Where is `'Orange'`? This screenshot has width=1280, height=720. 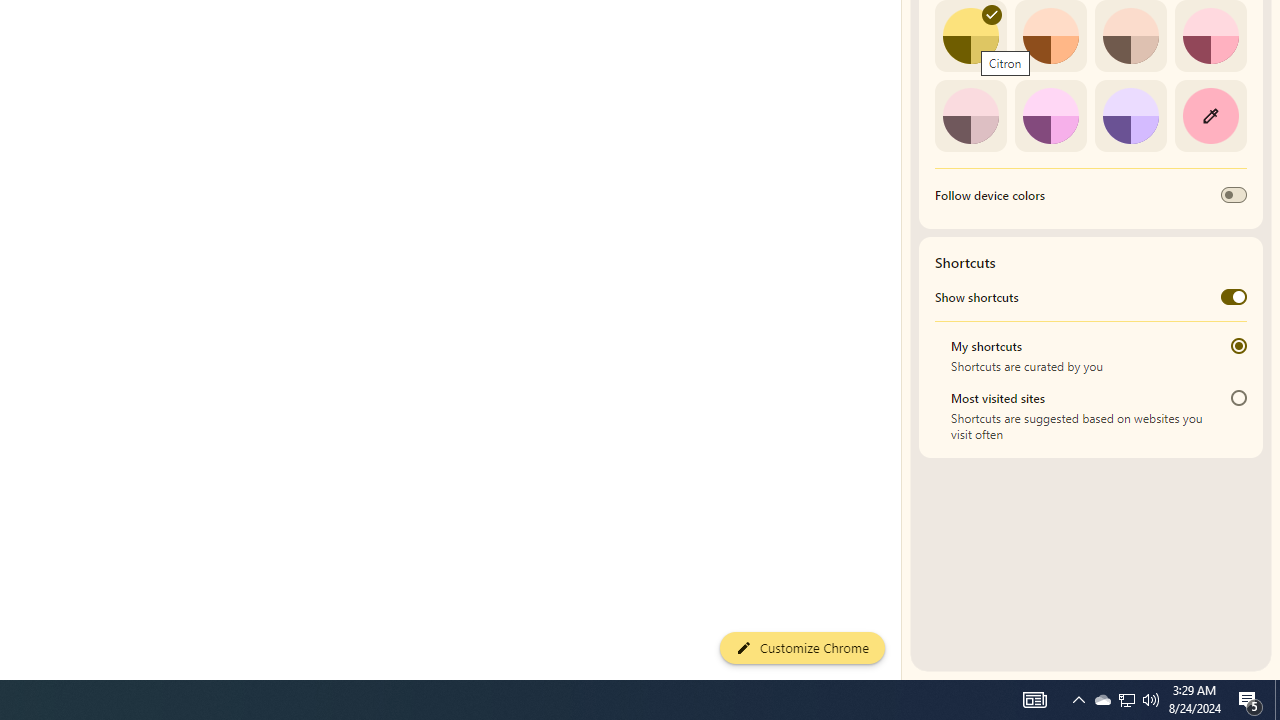
'Orange' is located at coordinates (1049, 36).